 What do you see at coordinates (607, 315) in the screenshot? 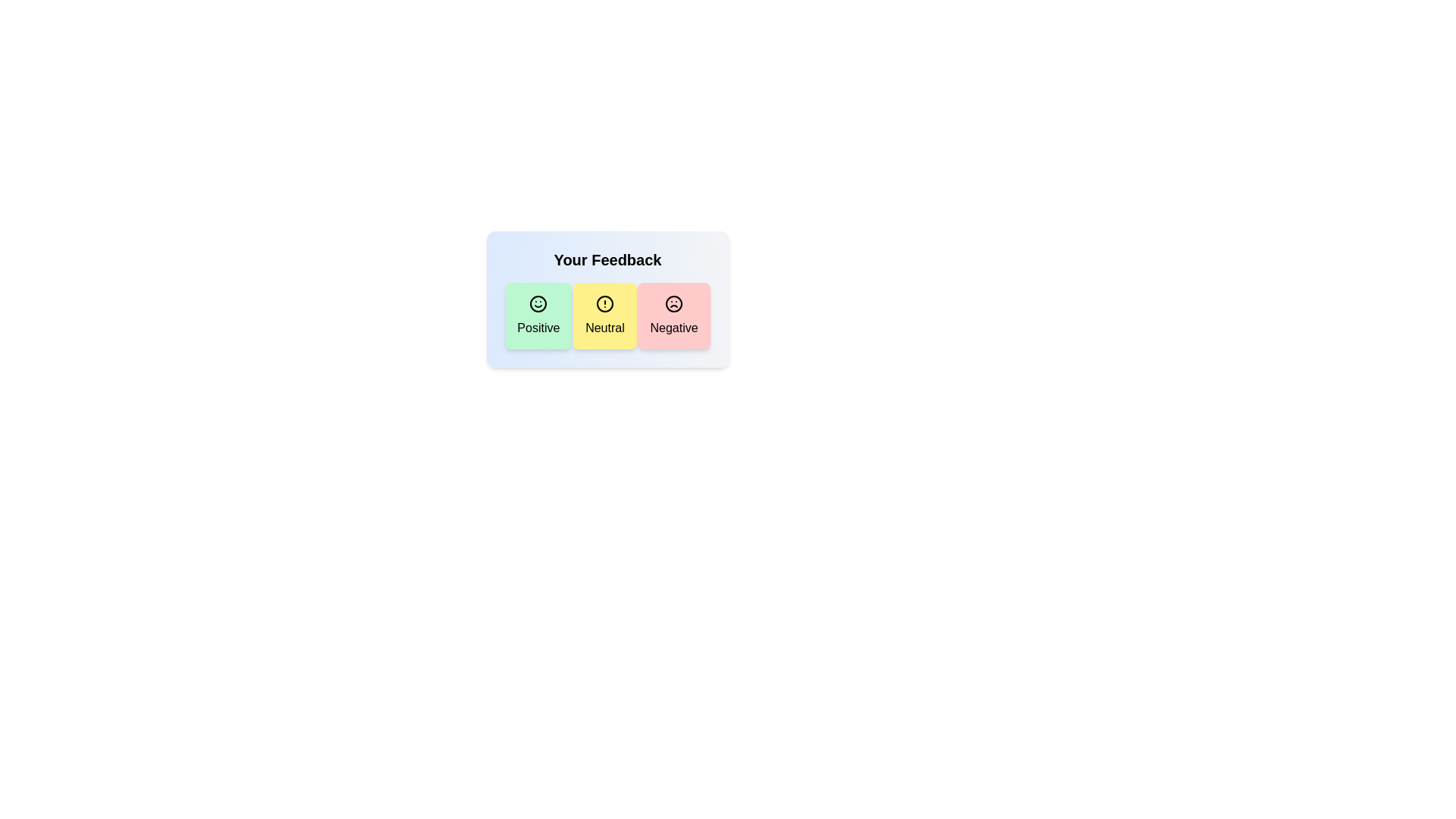
I see `the neutral feedback button located between the positive and negative buttons in the 'Your Feedback' section` at bounding box center [607, 315].